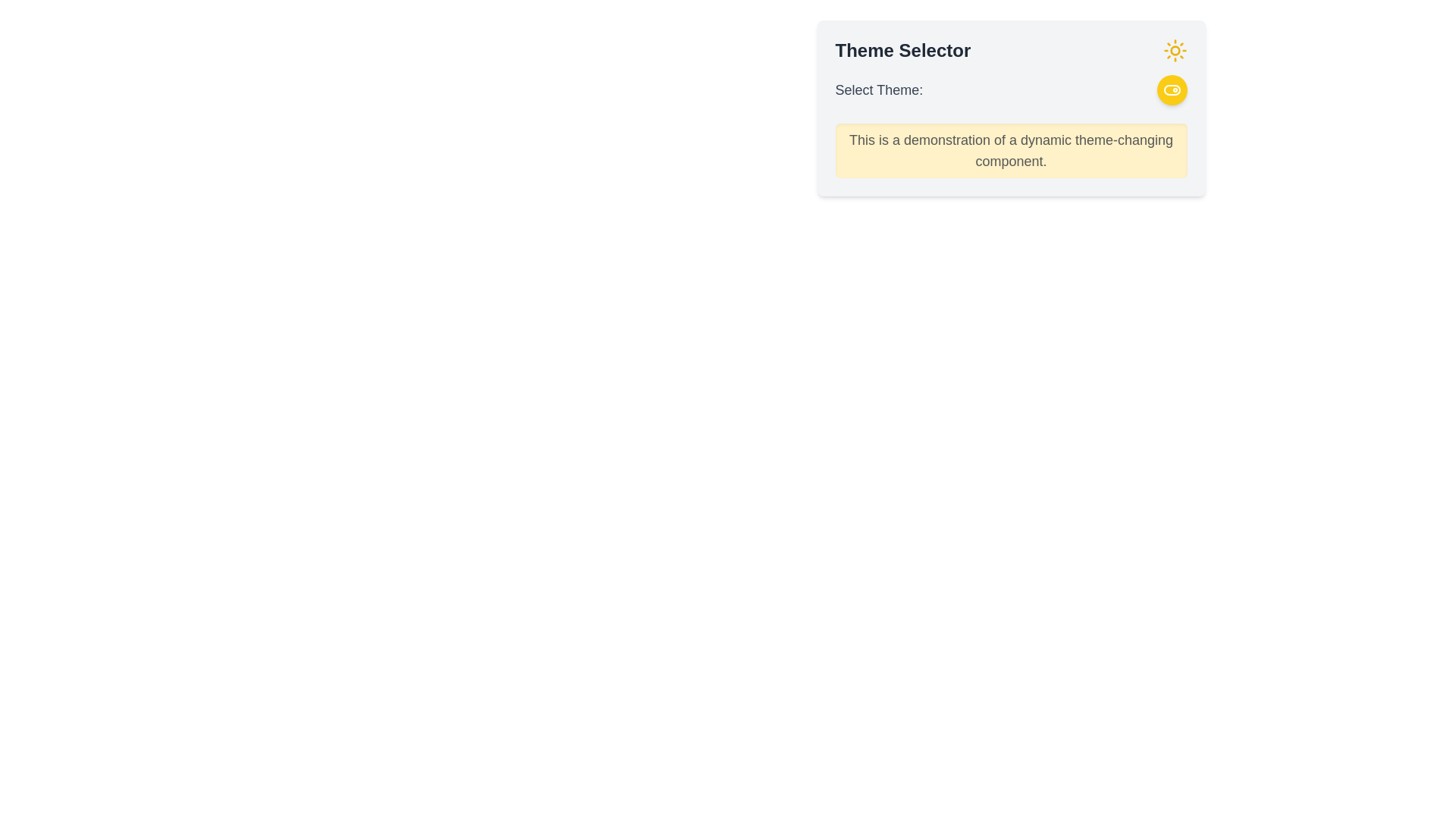 This screenshot has width=1456, height=819. What do you see at coordinates (1011, 151) in the screenshot?
I see `displayed text from the rectangular text box with rounded corners, light yellow background, and dark gray text located in the 'Theme Selector' panel` at bounding box center [1011, 151].